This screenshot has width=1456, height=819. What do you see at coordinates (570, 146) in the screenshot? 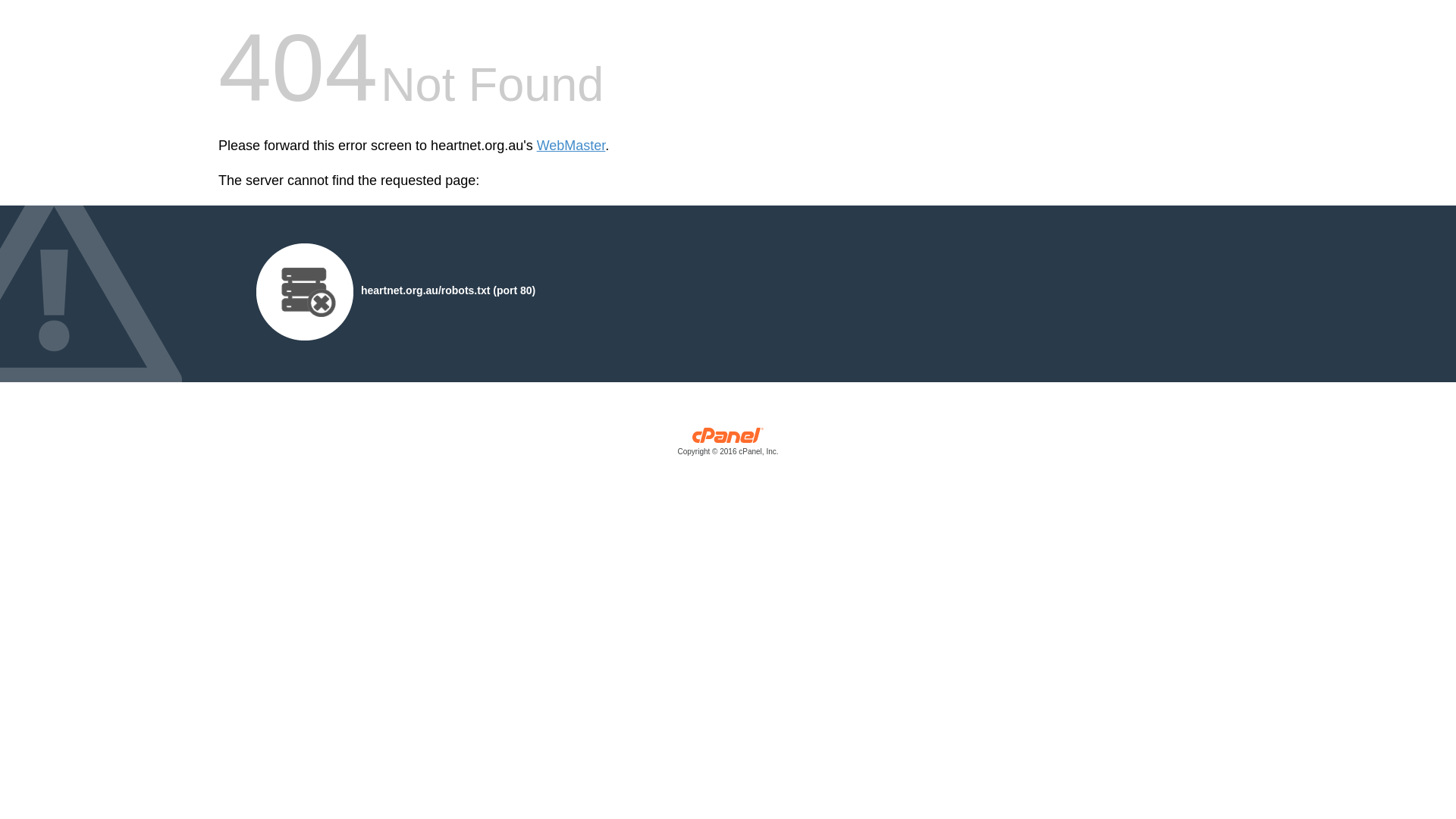
I see `'WebMaster'` at bounding box center [570, 146].